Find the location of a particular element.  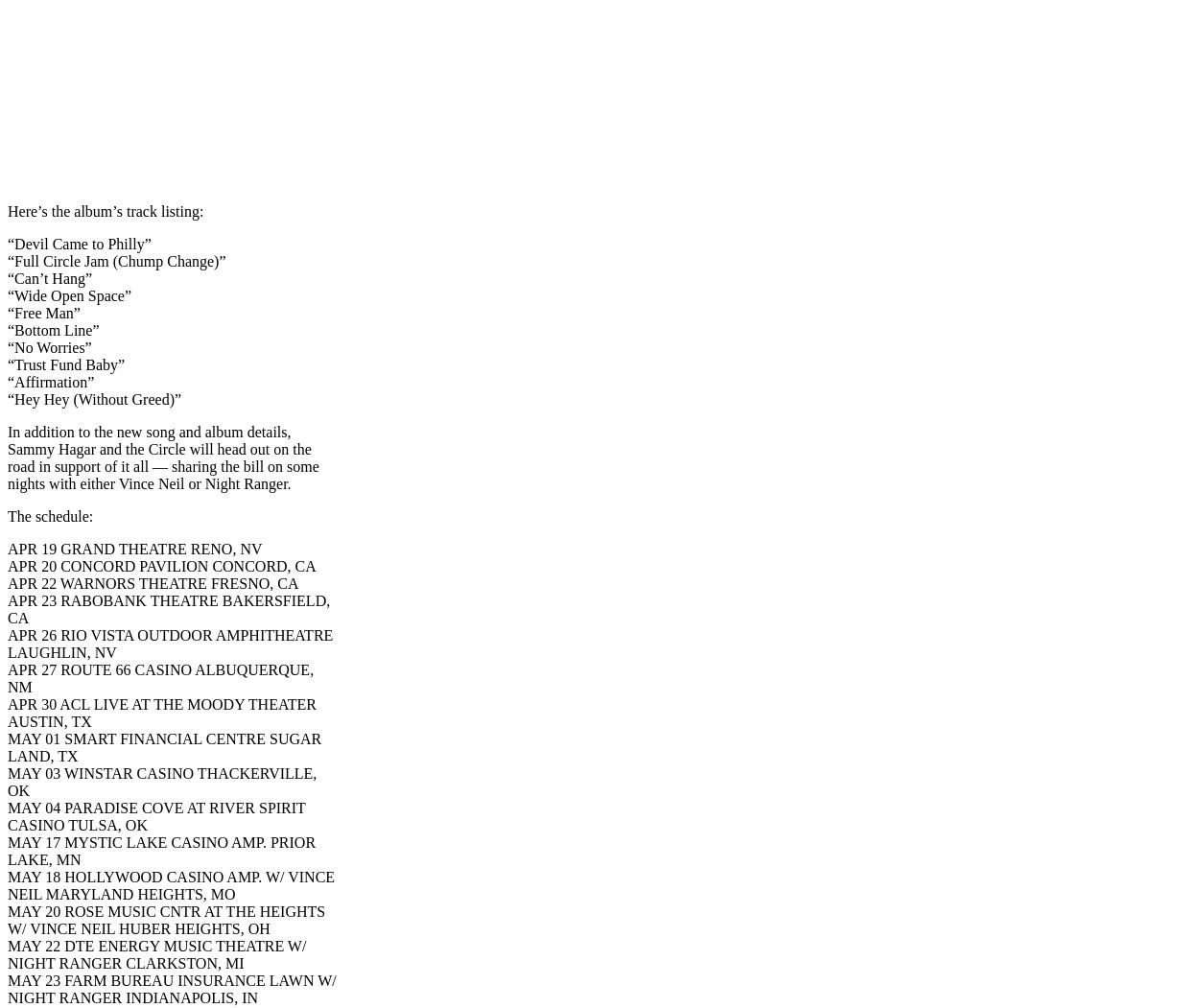

'MAY 22 DTE ENERGY MUSIC THEATRE W/ NIGHT RANGER CLARKSTON, MI' is located at coordinates (7, 954).